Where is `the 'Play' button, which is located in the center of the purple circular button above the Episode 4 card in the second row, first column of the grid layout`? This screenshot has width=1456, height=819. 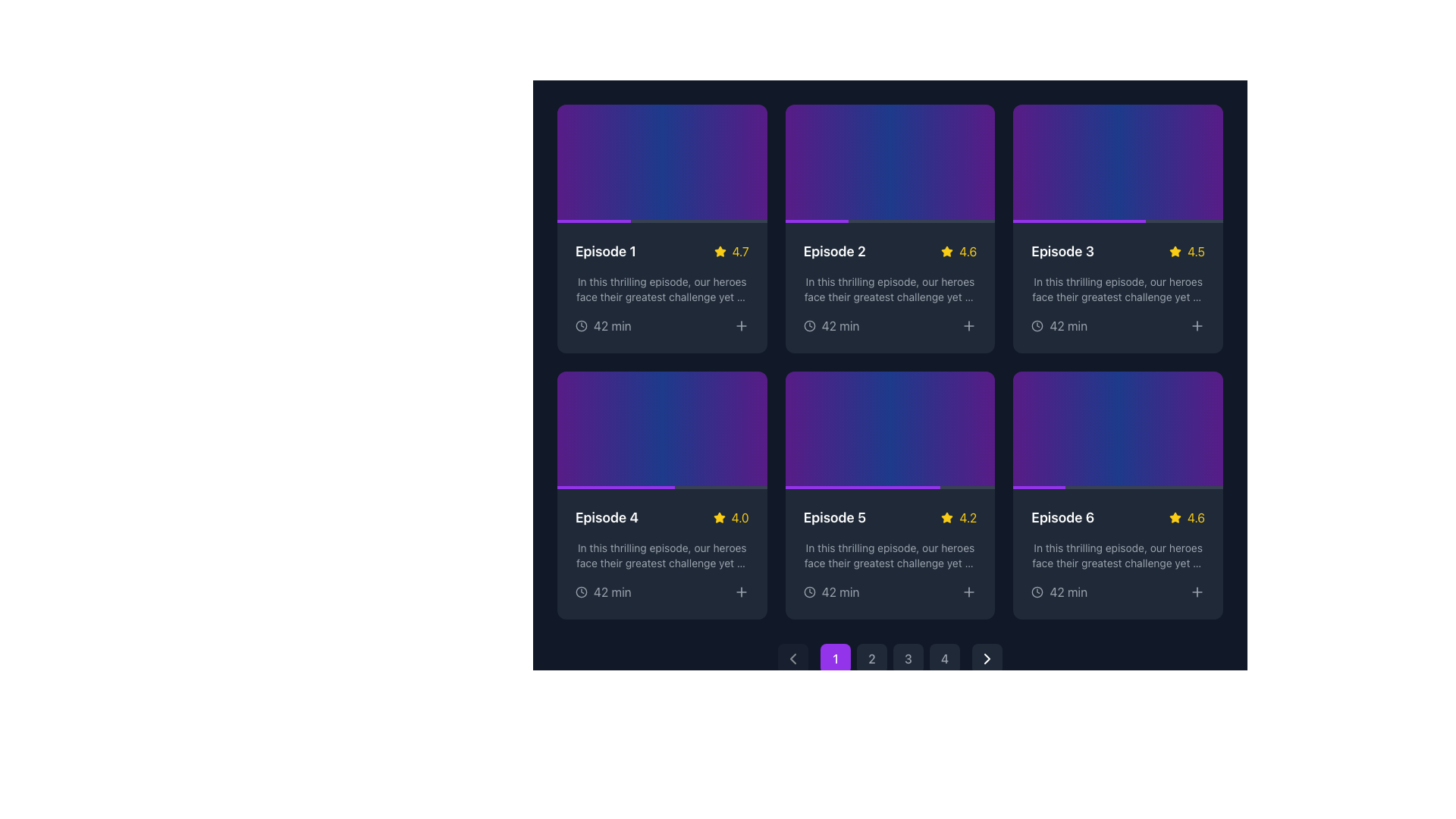 the 'Play' button, which is located in the center of the purple circular button above the Episode 4 card in the second row, first column of the grid layout is located at coordinates (662, 430).